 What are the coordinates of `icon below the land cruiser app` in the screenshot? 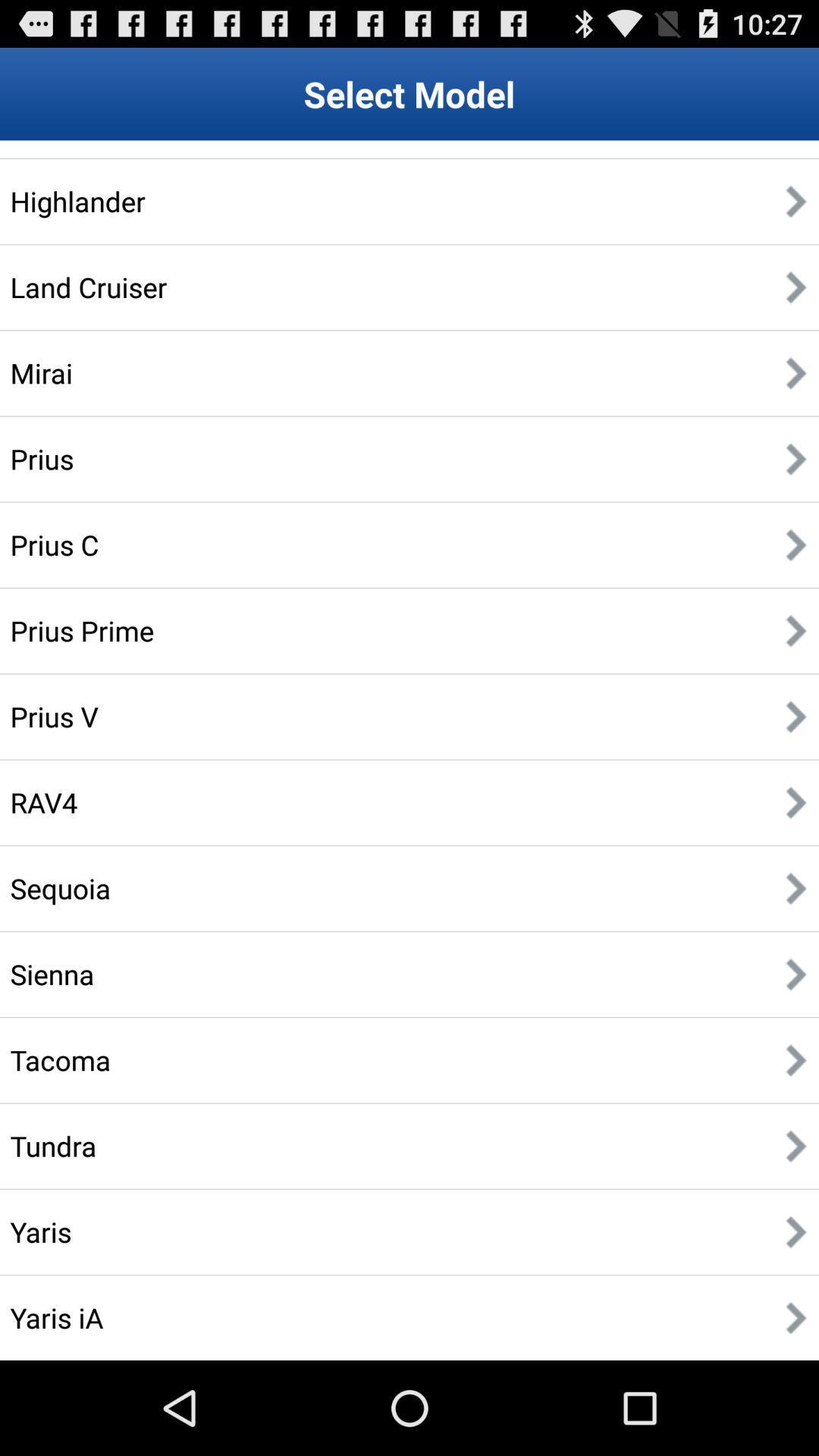 It's located at (40, 373).